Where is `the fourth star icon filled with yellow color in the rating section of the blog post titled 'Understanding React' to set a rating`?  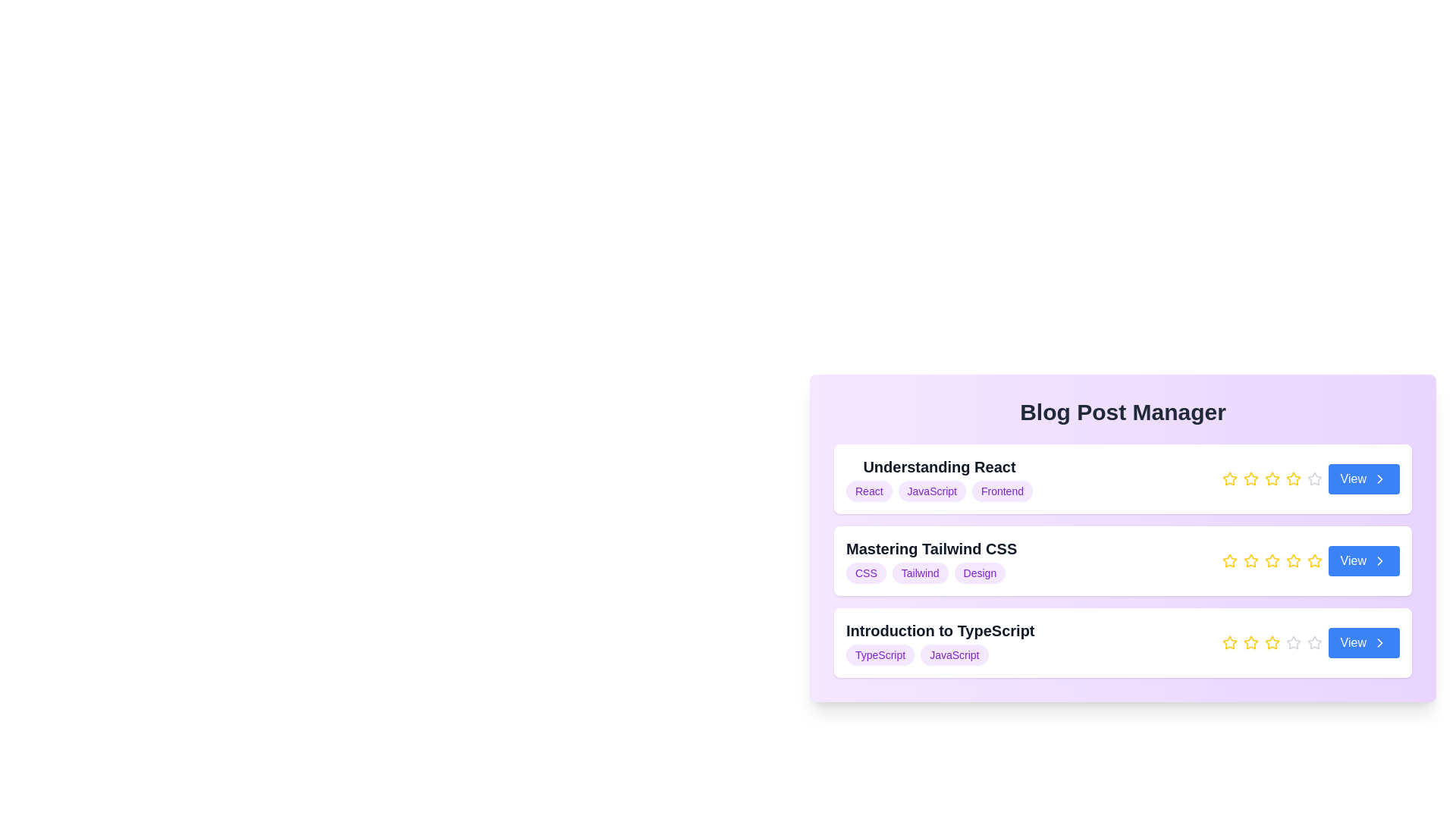
the fourth star icon filled with yellow color in the rating section of the blog post titled 'Understanding React' to set a rating is located at coordinates (1292, 479).